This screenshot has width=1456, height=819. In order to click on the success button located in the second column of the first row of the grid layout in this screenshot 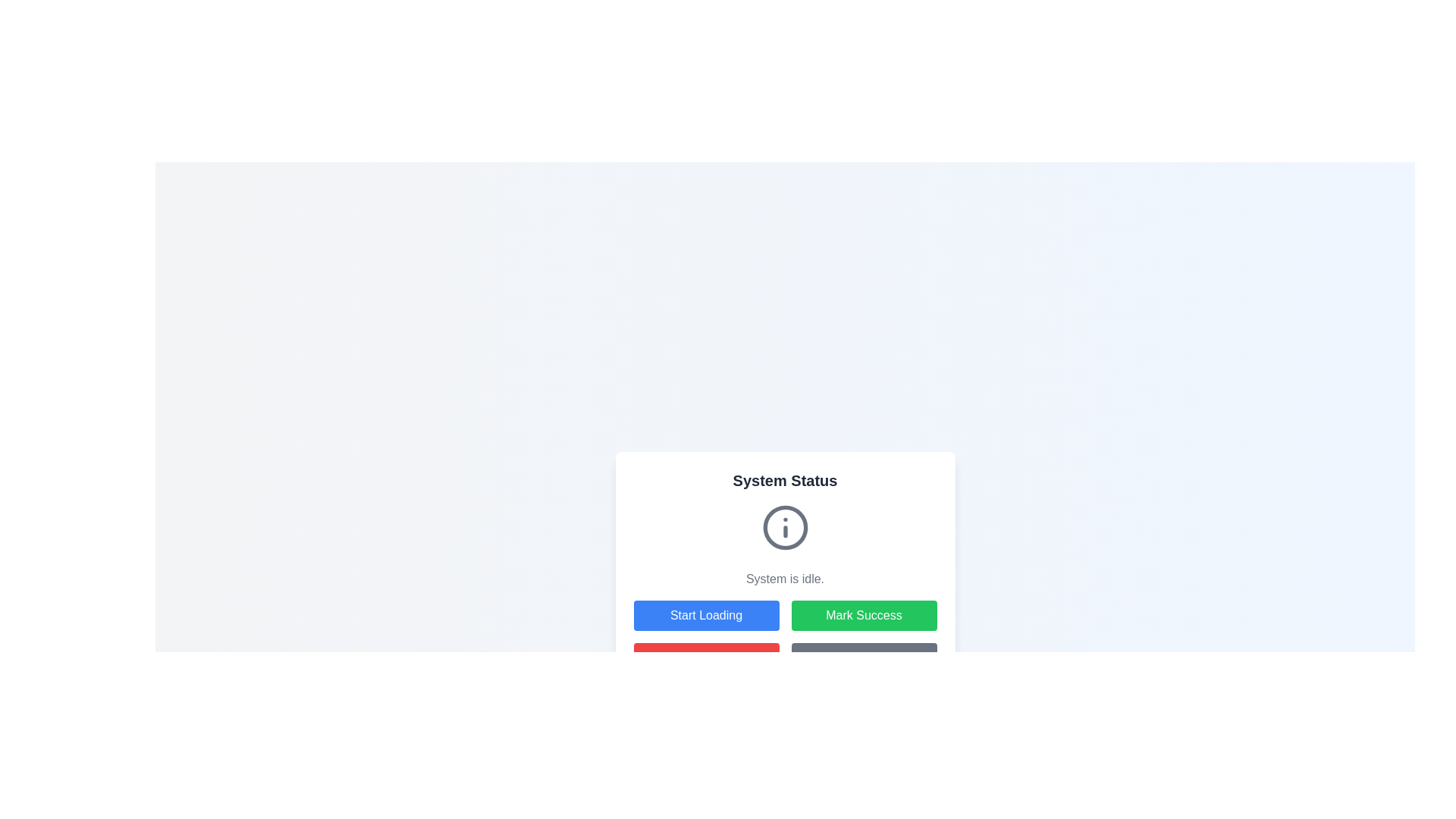, I will do `click(864, 616)`.